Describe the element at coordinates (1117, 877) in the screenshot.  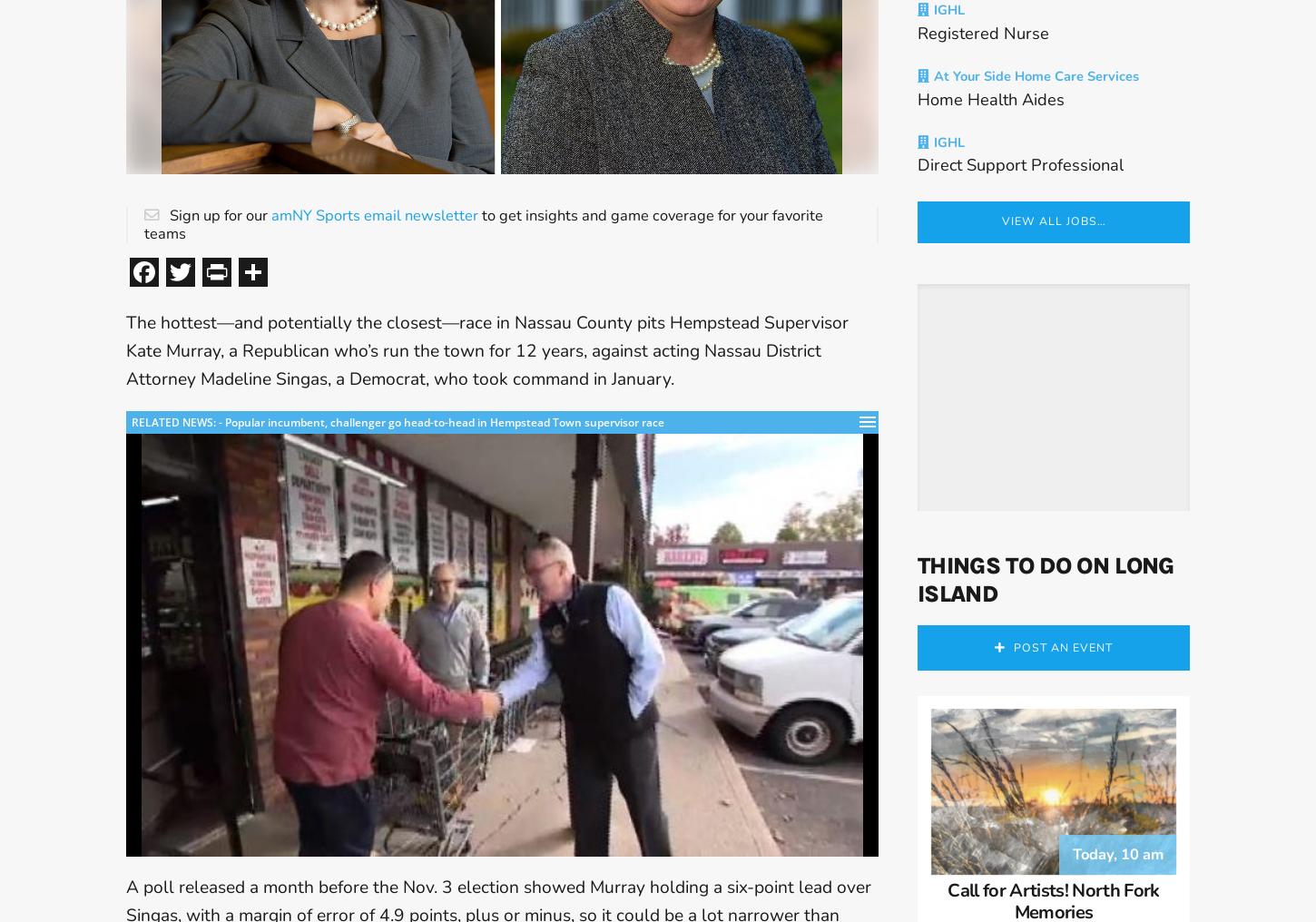
I see `'Today, 10 am'` at that location.